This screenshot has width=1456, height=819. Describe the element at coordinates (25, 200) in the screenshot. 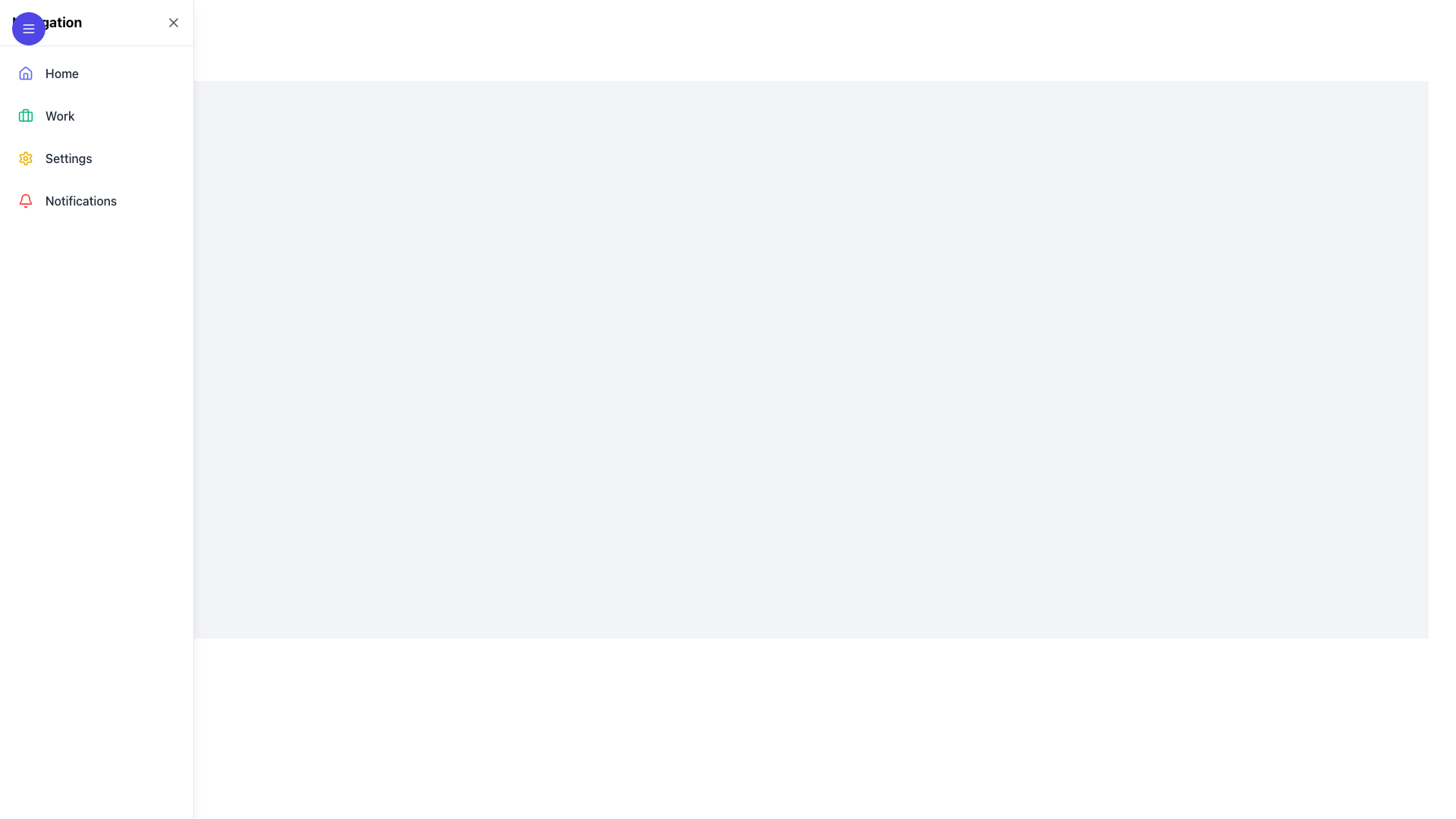

I see `the bell icon representing notifications, located to the left of the 'Notifications' text in the left sidebar` at that location.